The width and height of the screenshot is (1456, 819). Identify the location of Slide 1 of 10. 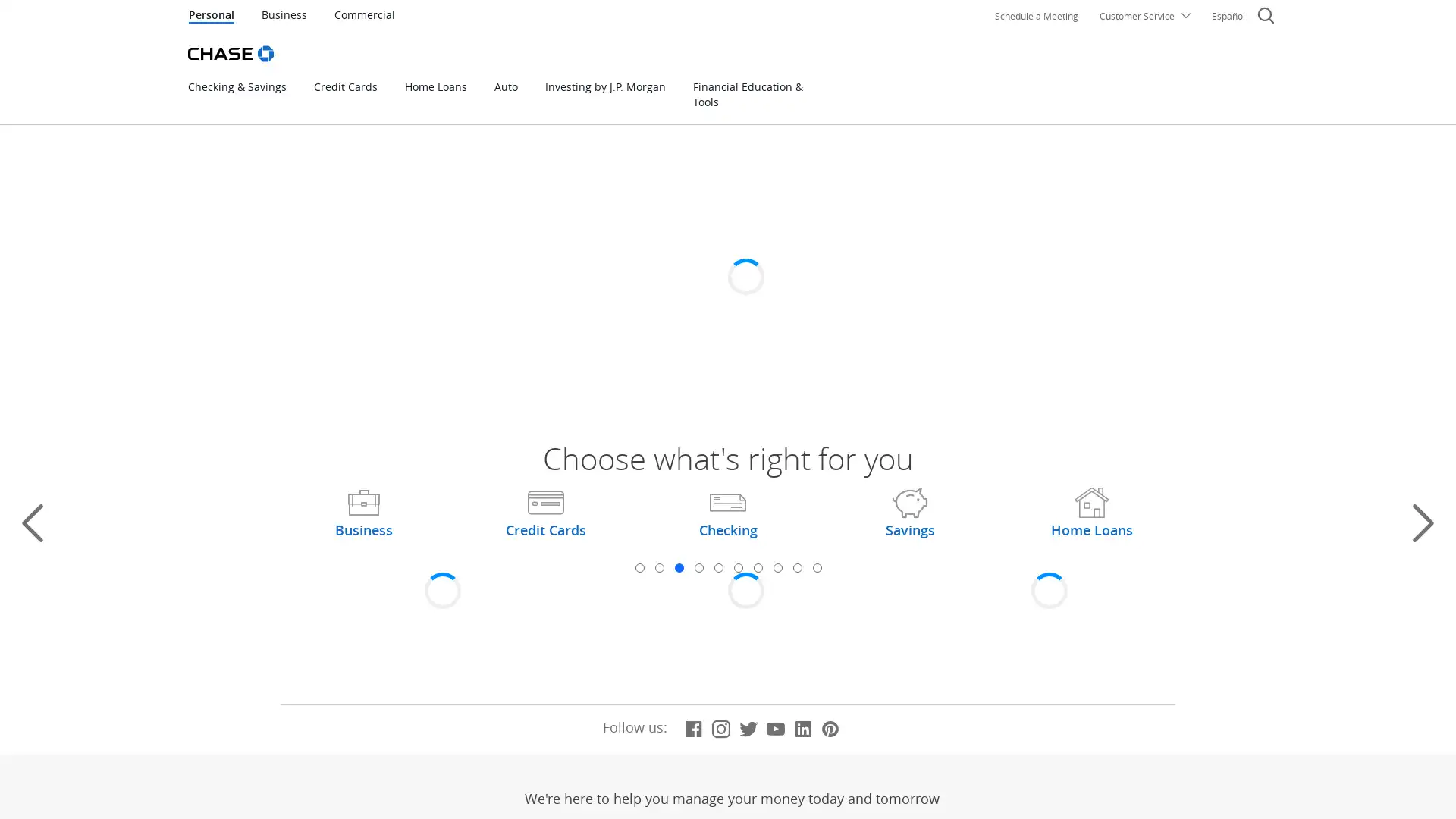
(639, 567).